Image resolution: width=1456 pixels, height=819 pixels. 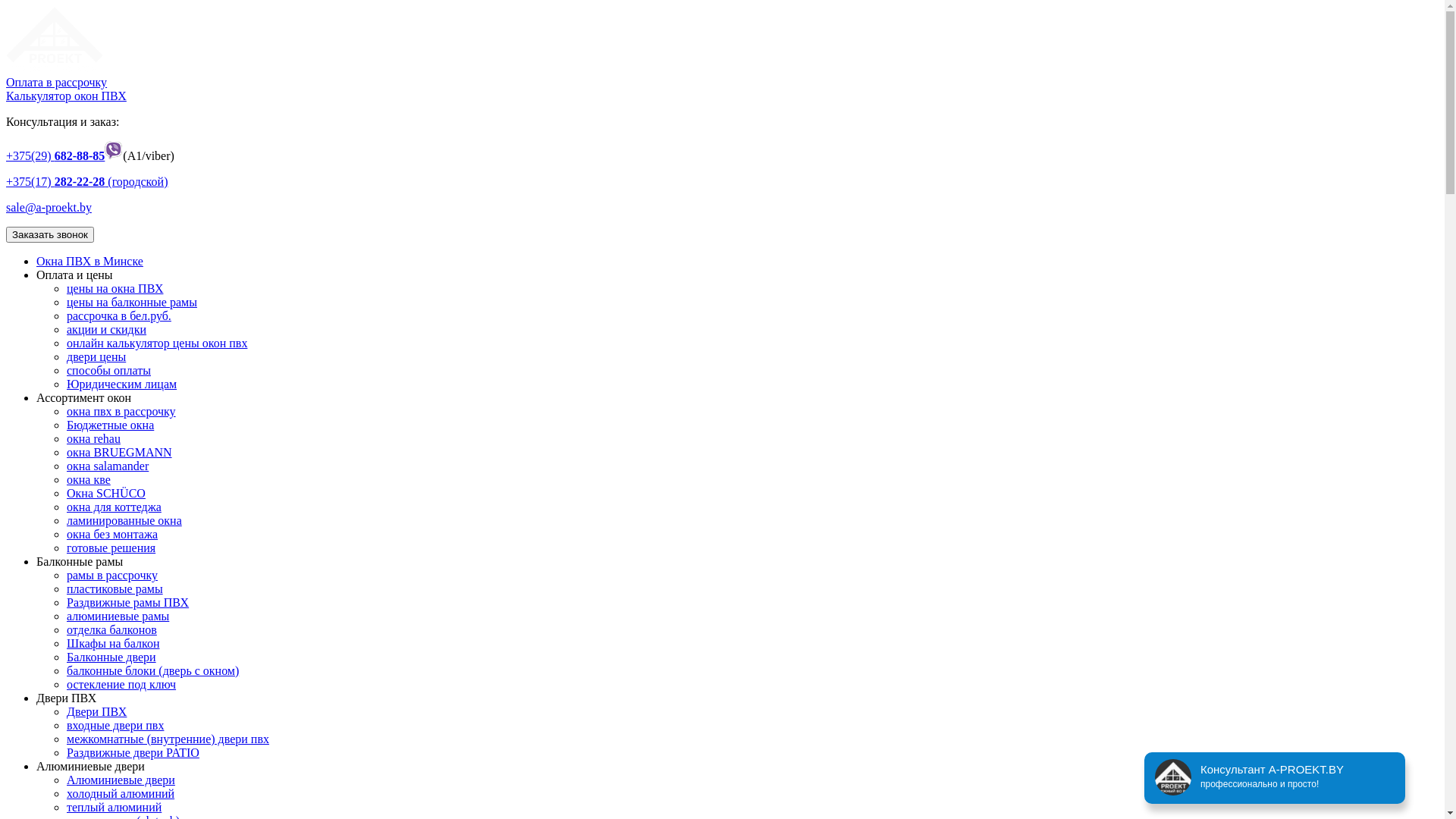 I want to click on '+375(29) 682-88-85', so click(x=55, y=155).